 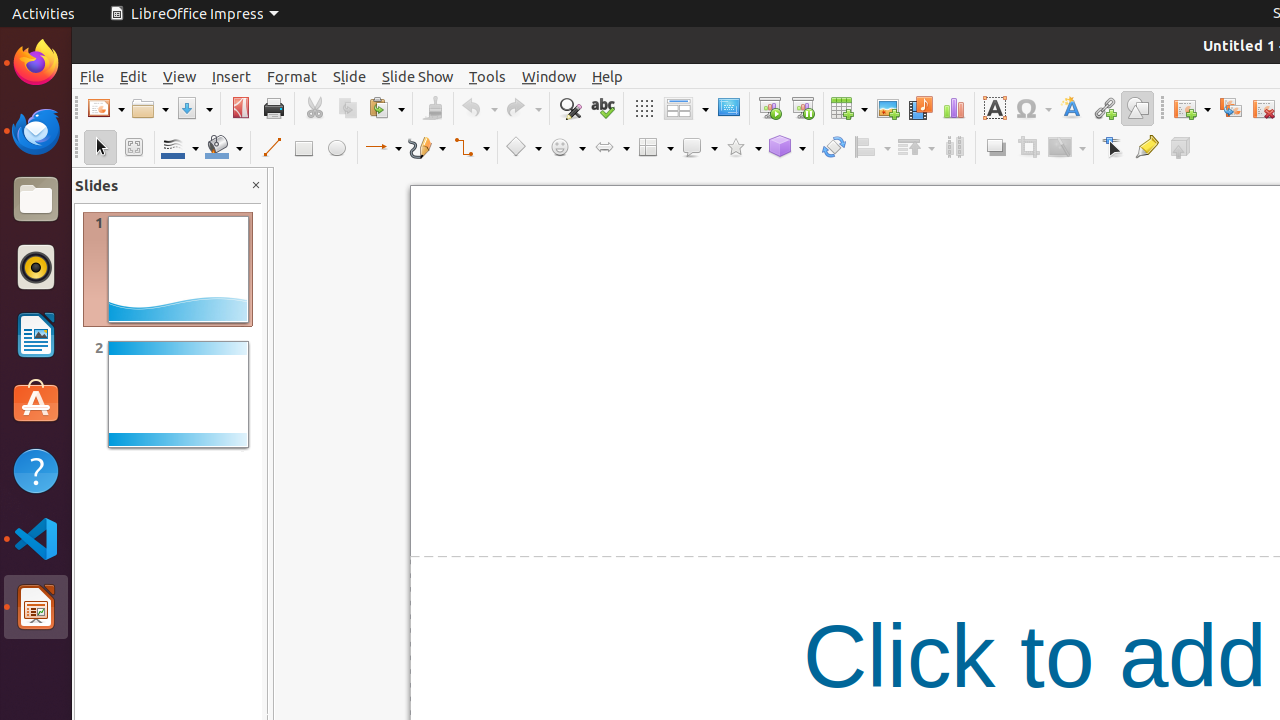 I want to click on 'Crop', so click(x=1028, y=146).